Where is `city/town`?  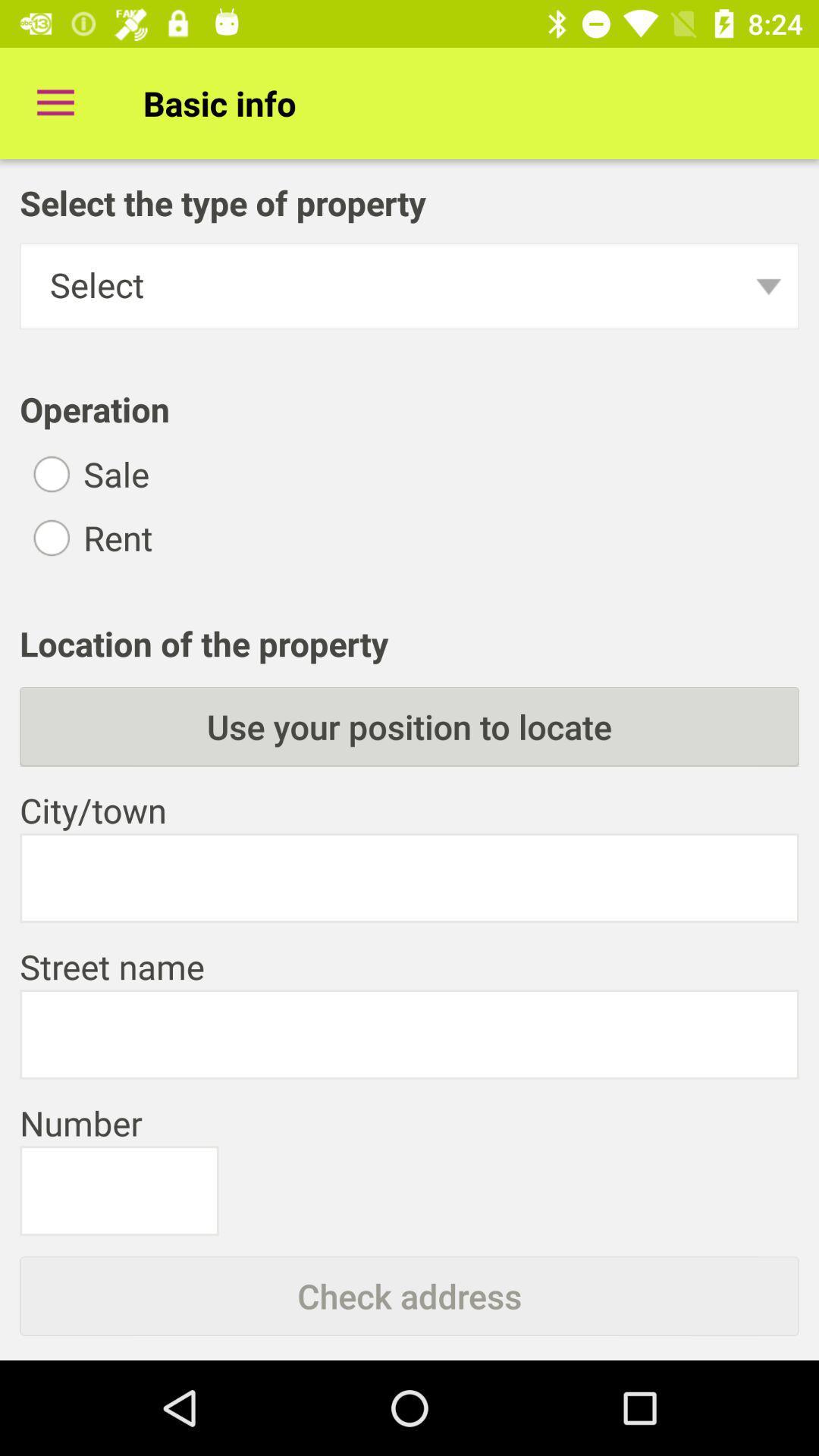
city/town is located at coordinates (409, 877).